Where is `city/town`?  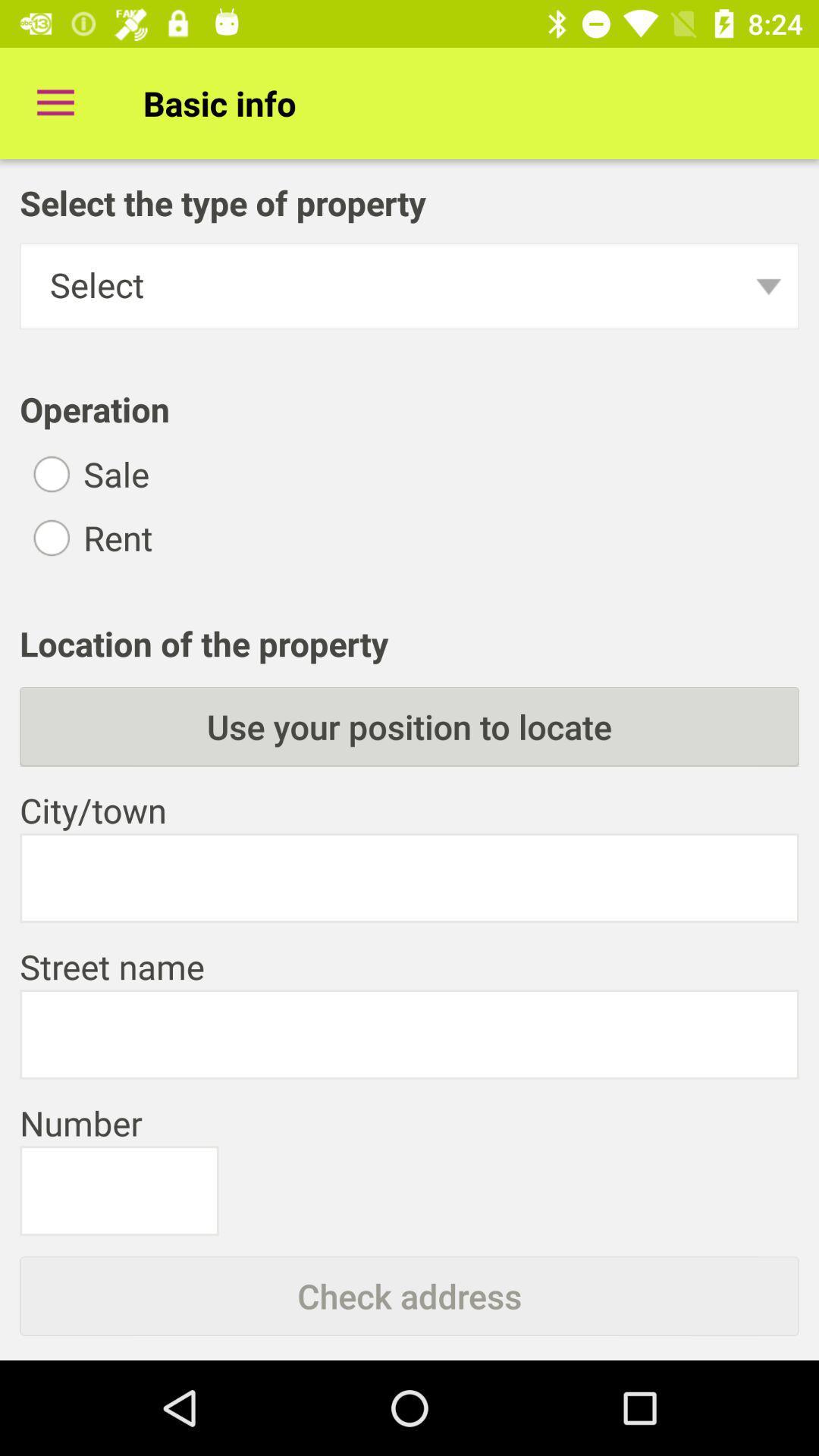
city/town is located at coordinates (409, 877).